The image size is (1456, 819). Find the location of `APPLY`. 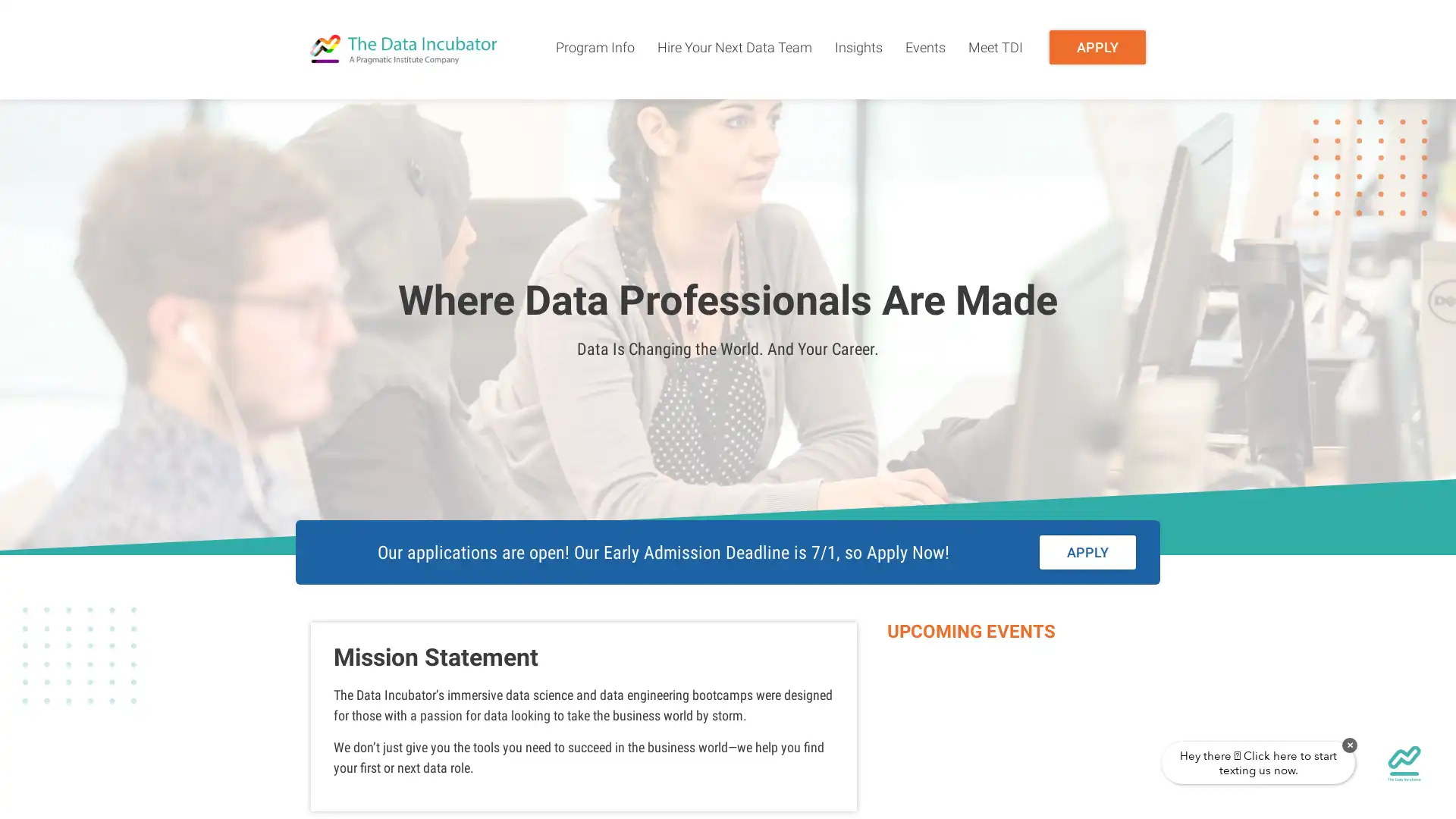

APPLY is located at coordinates (1097, 46).